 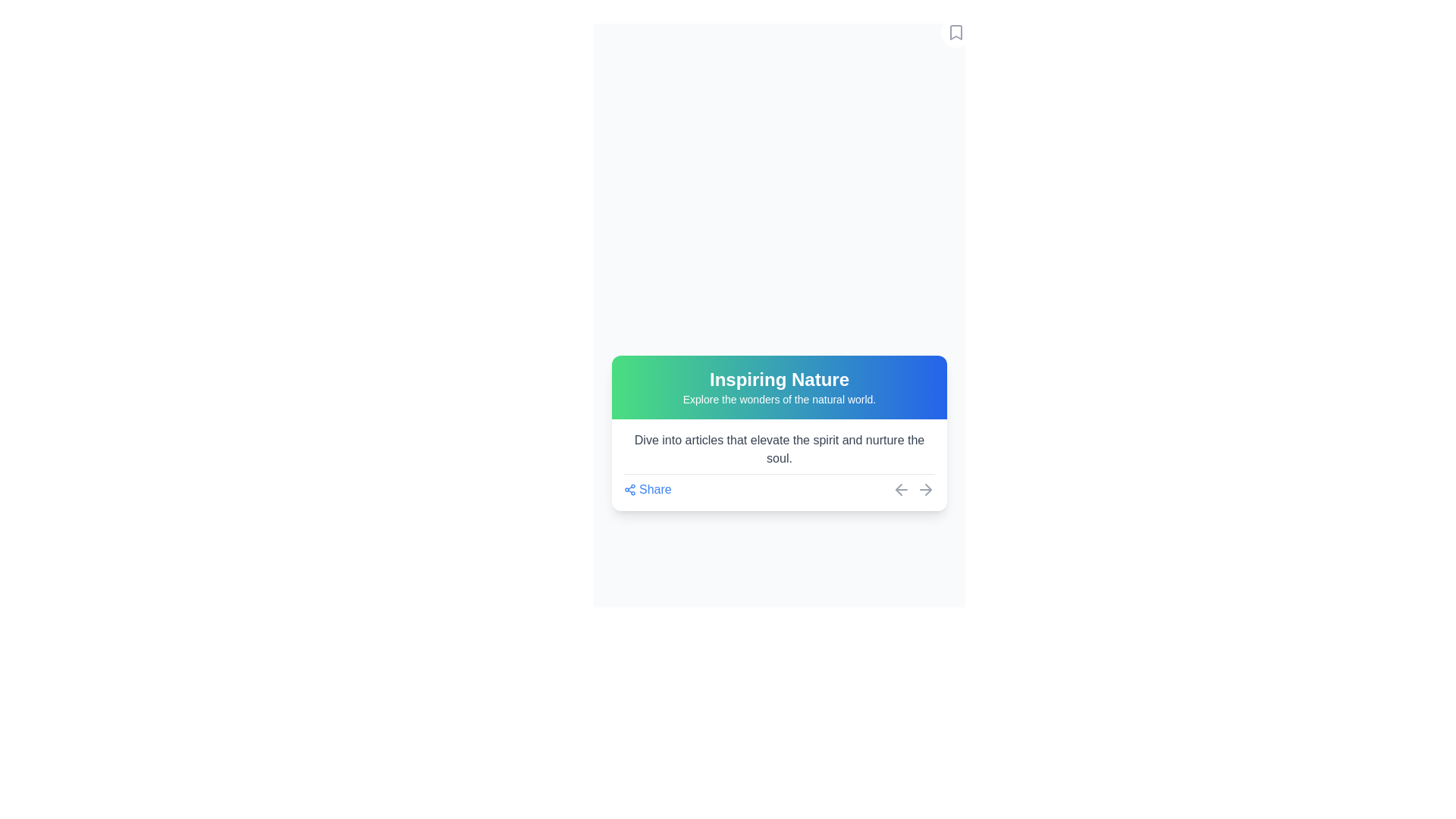 What do you see at coordinates (902, 488) in the screenshot?
I see `the left arrow button located at the bottom right of the 'Inspiring Nature' card` at bounding box center [902, 488].